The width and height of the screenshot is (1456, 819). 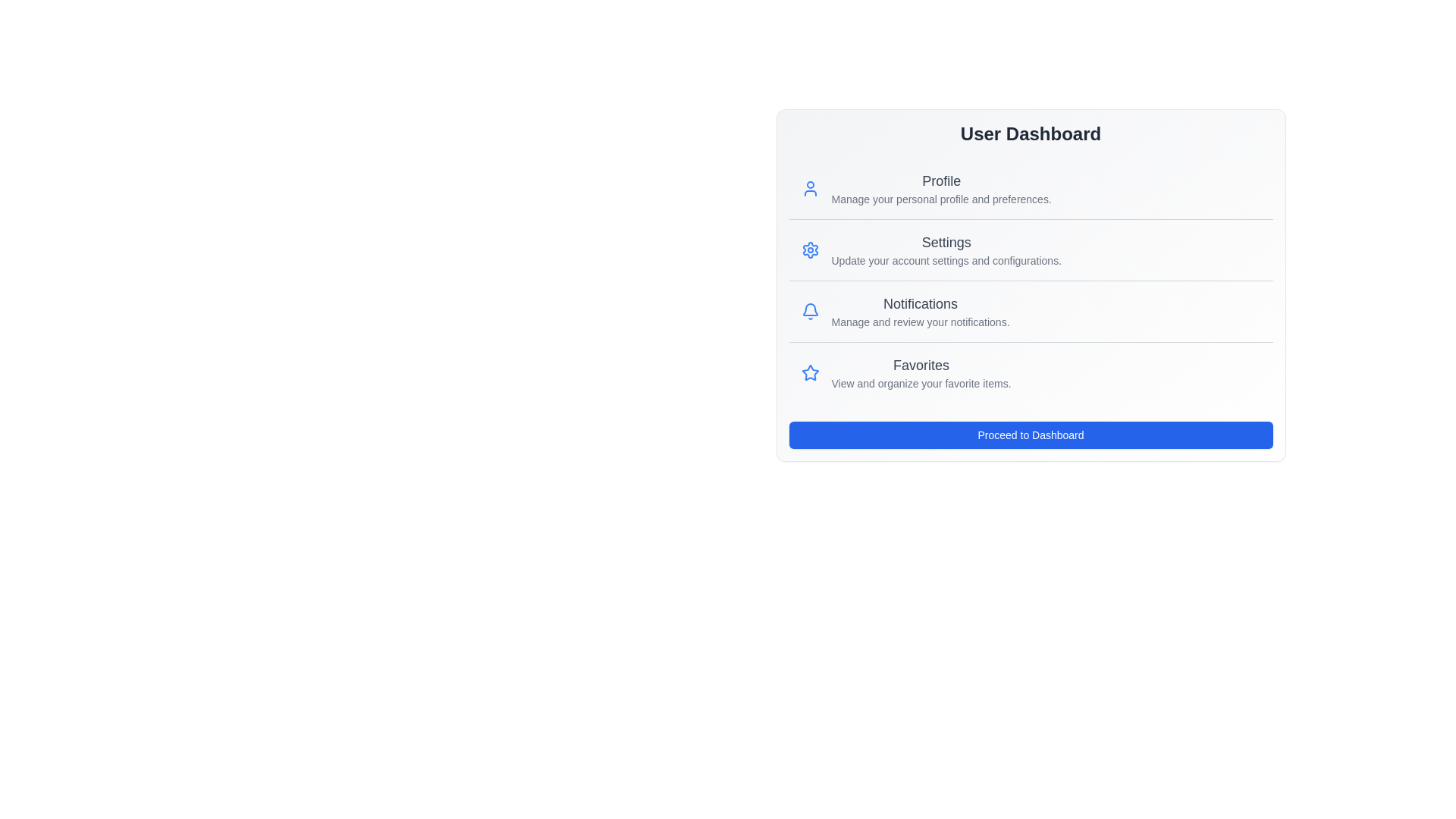 What do you see at coordinates (920, 382) in the screenshot?
I see `the text element that reads 'View and organize your favorite items.' located below the 'Favorites' title in the user dashboard` at bounding box center [920, 382].